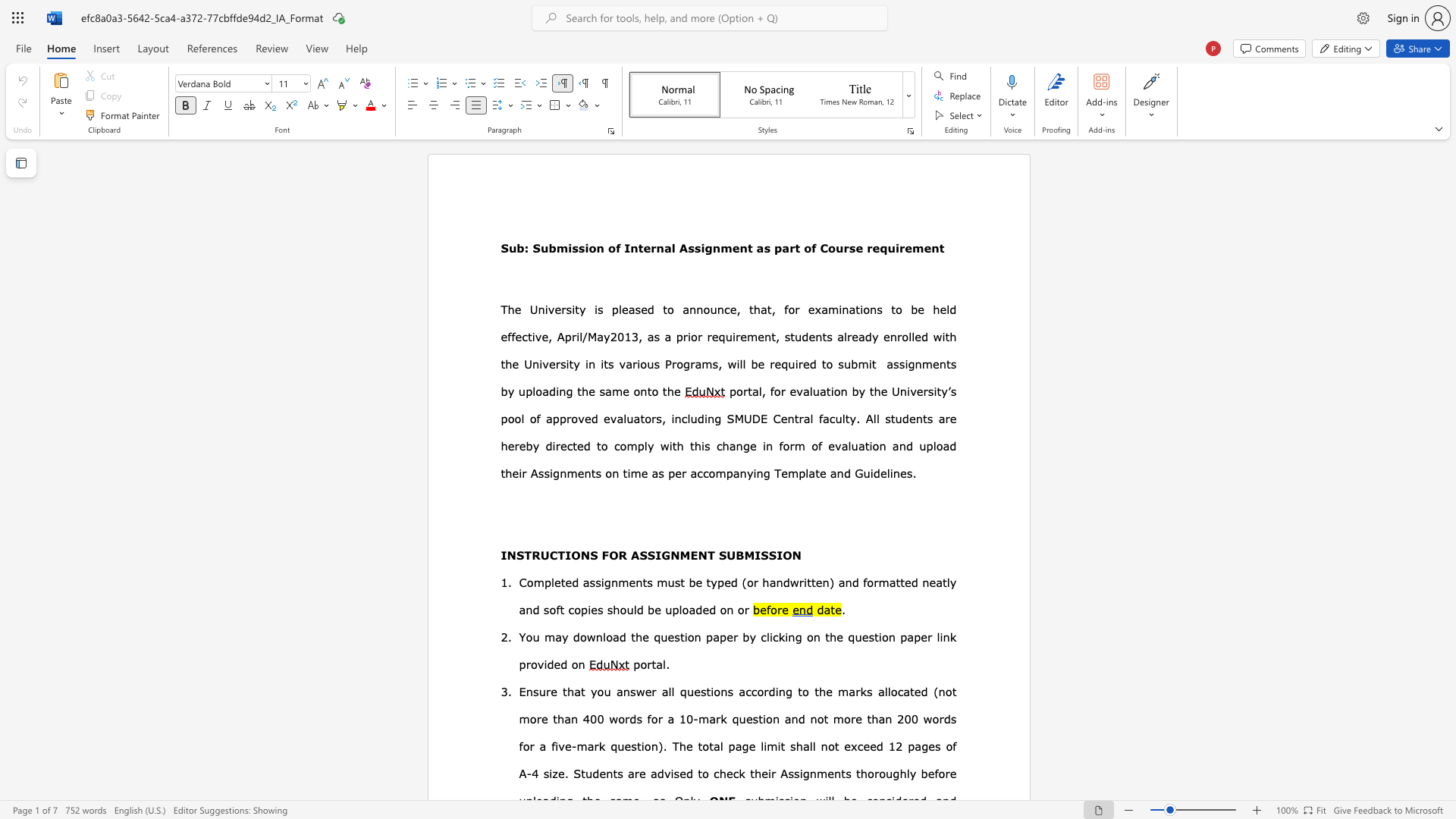  Describe the element at coordinates (742, 581) in the screenshot. I see `the subset text "(or handwritten)" within the text "(or handwritten)"` at that location.